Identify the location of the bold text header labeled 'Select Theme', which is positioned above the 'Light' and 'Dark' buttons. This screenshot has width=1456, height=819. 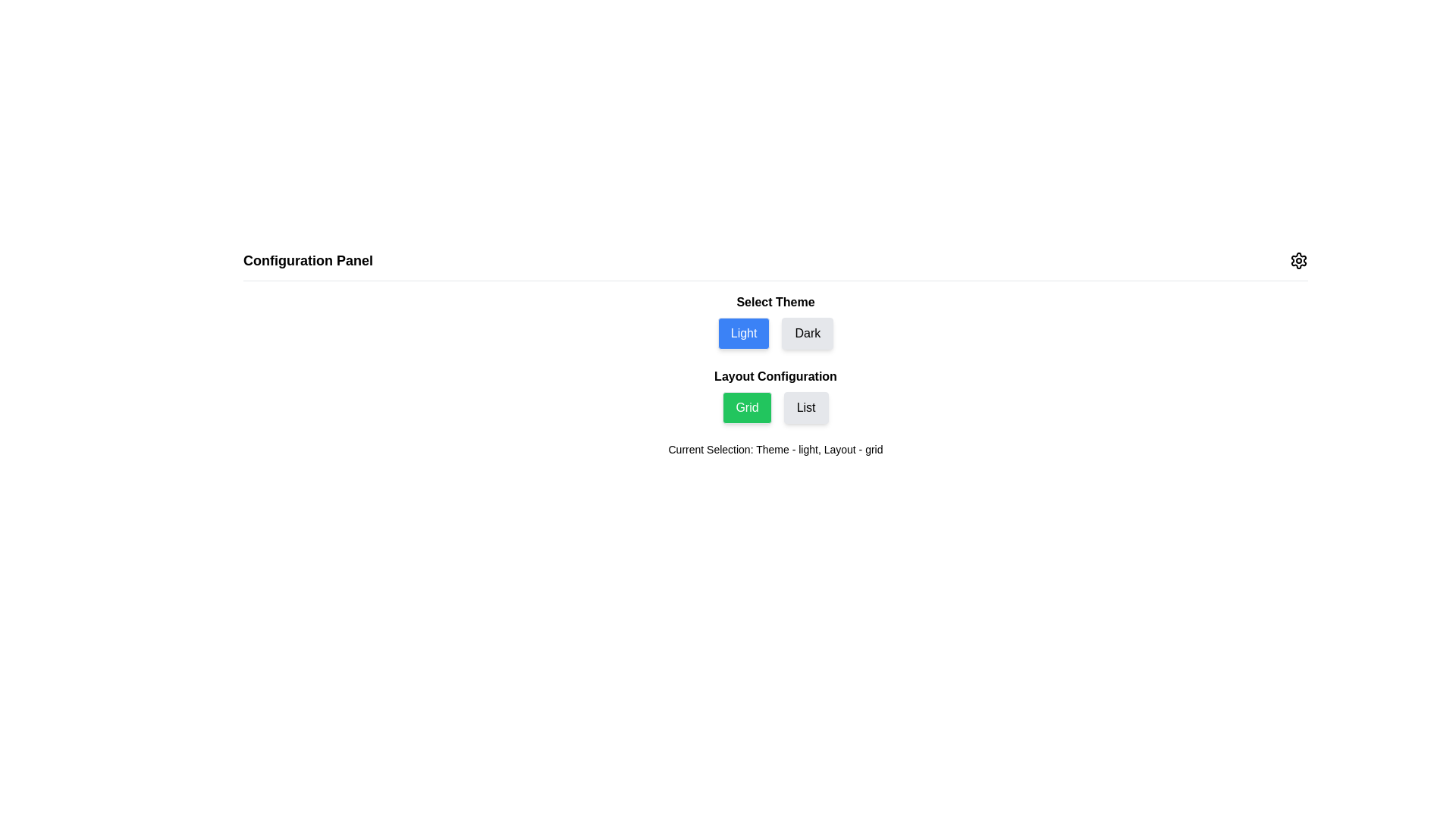
(775, 302).